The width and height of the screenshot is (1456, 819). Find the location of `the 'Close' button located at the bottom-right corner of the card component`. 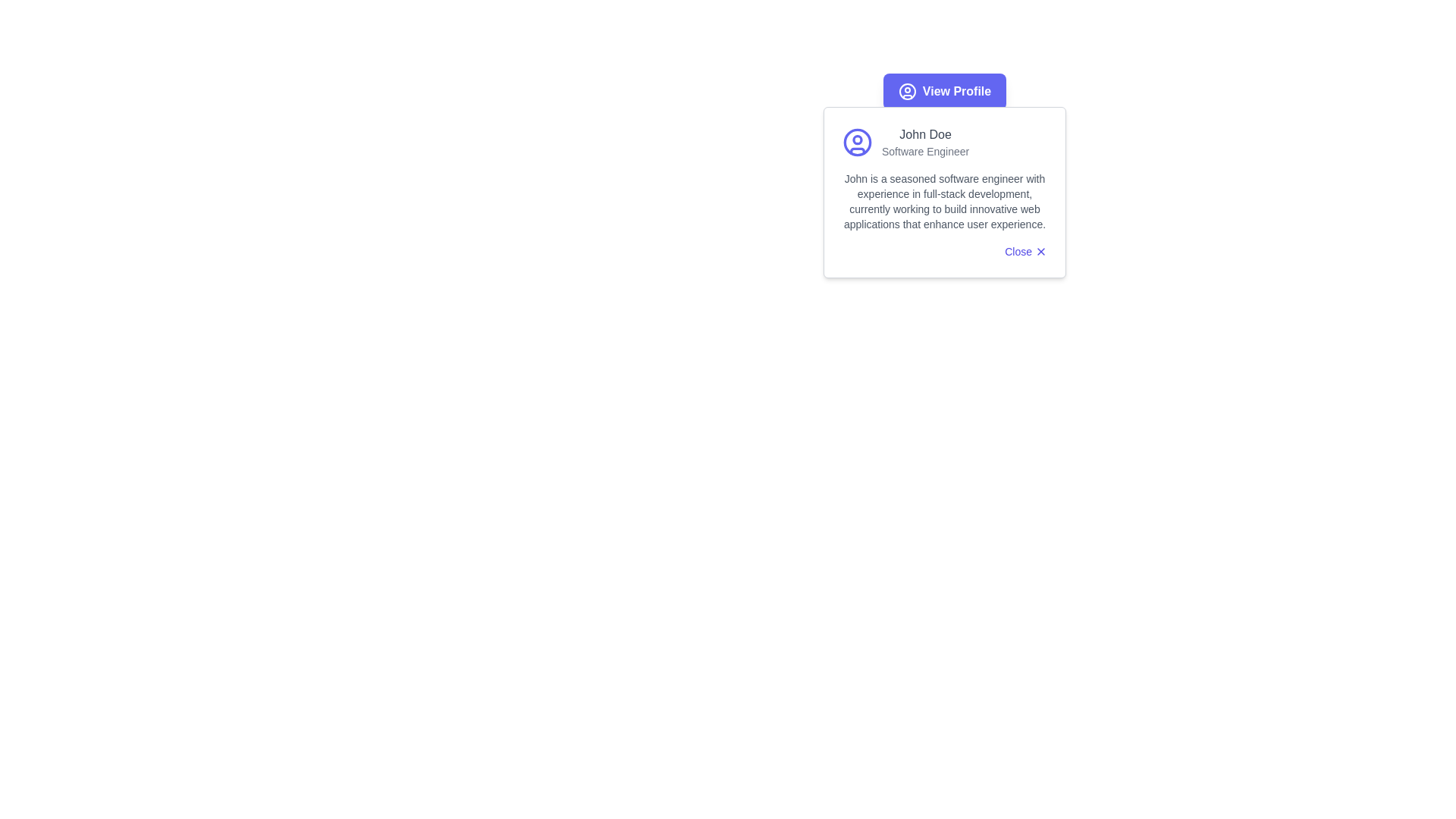

the 'Close' button located at the bottom-right corner of the card component is located at coordinates (1026, 250).